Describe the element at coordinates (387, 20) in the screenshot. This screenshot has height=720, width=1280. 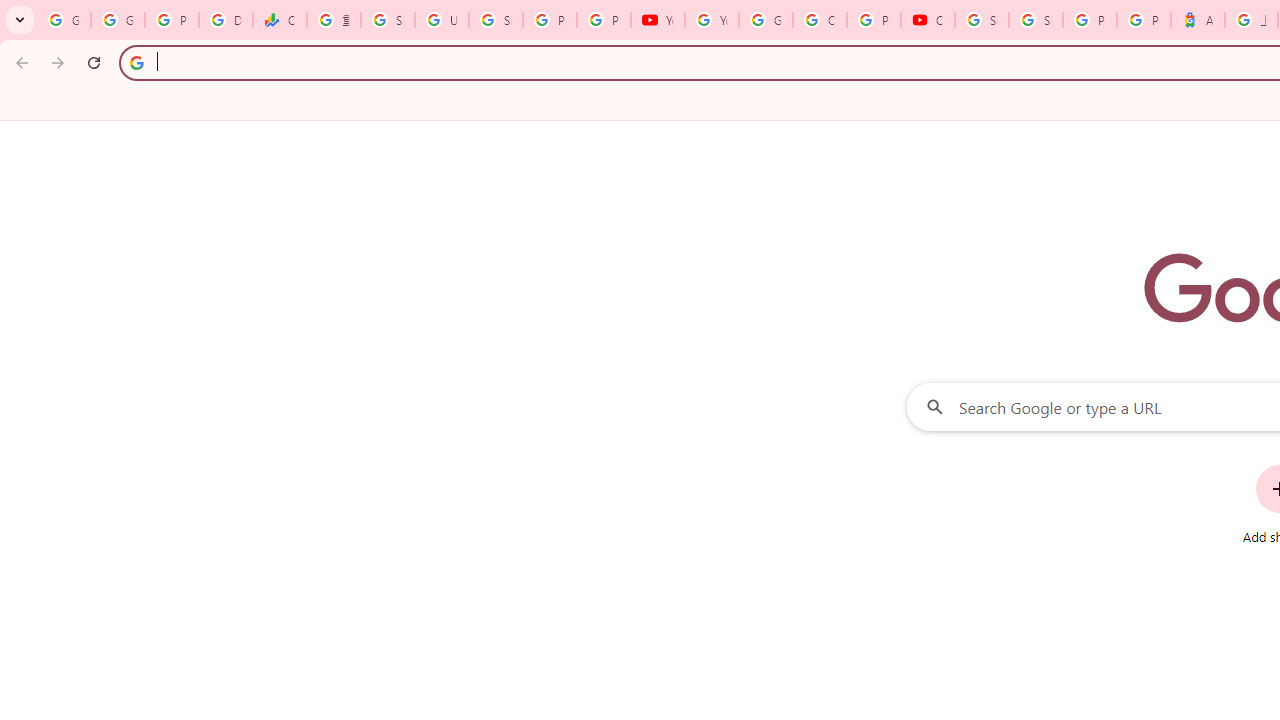
I see `'Sign in - Google Accounts'` at that location.